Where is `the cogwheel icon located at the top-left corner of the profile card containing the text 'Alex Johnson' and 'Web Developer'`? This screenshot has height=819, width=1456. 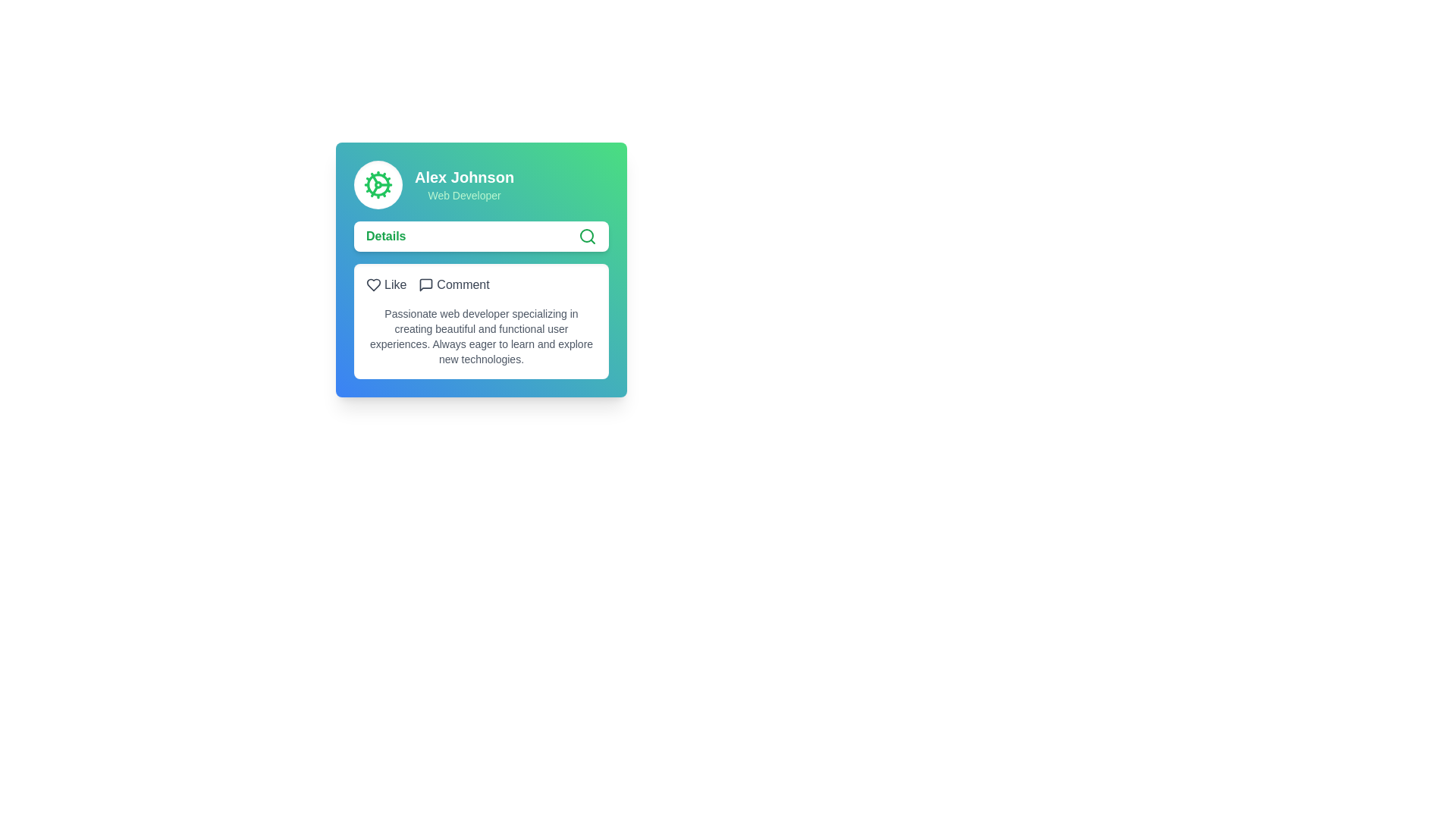 the cogwheel icon located at the top-left corner of the profile card containing the text 'Alex Johnson' and 'Web Developer' is located at coordinates (378, 184).